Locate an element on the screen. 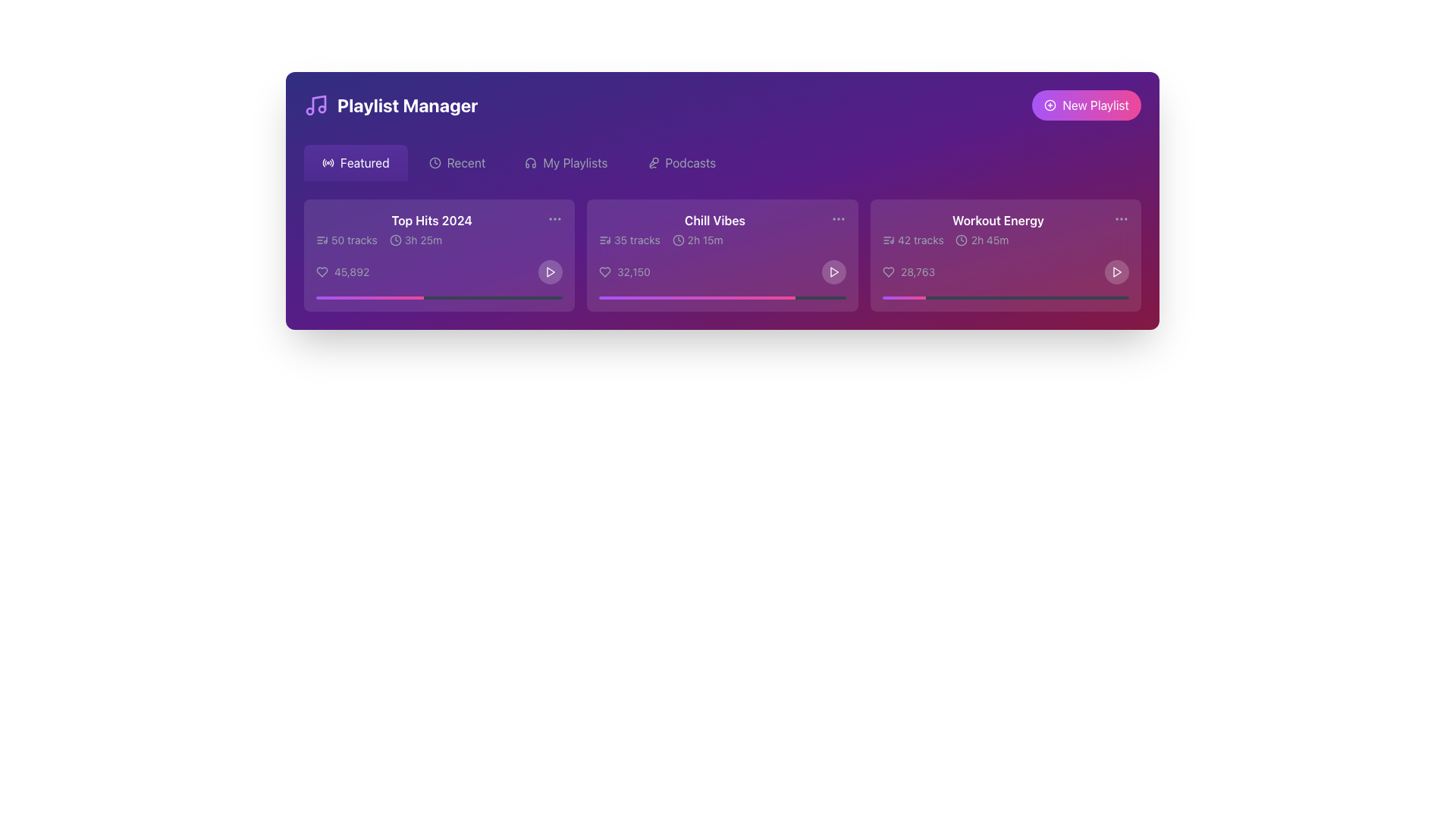  the small microphone icon located to the left of the text 'Podcasts' in the purple header region is located at coordinates (653, 163).